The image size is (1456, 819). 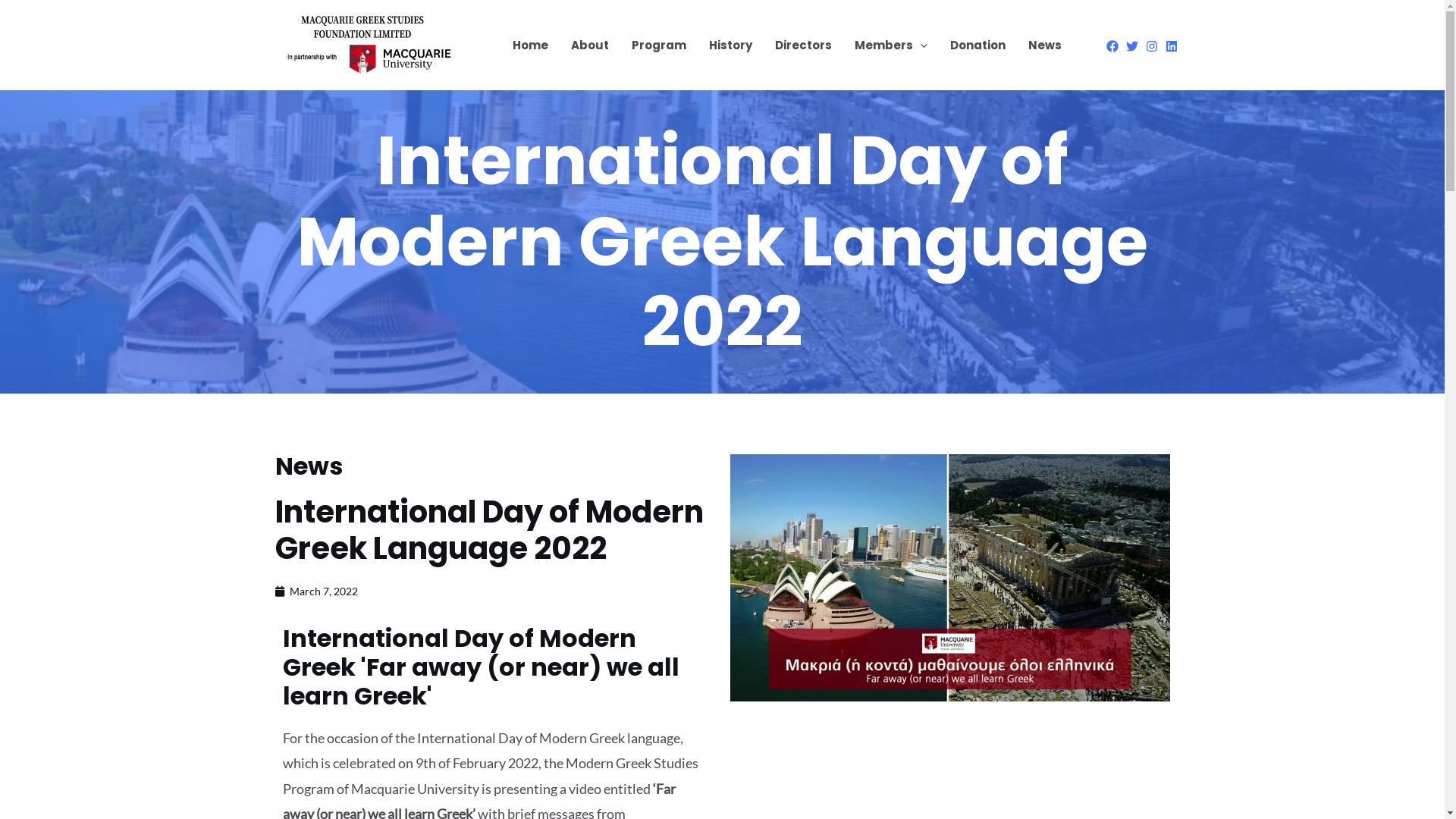 I want to click on 'History', so click(x=697, y=45).